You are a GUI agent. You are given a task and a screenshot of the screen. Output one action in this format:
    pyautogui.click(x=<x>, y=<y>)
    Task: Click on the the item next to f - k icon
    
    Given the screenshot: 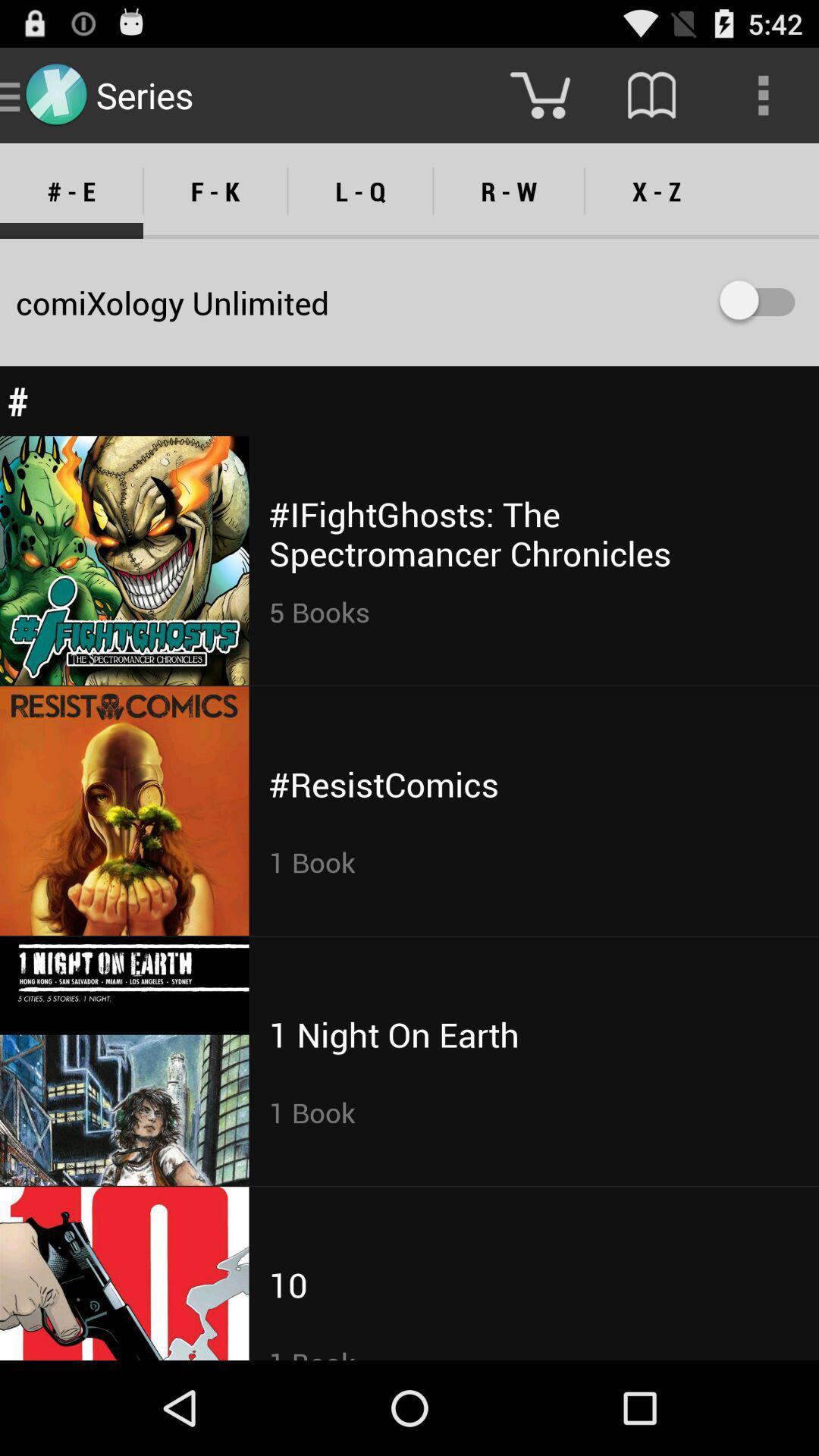 What is the action you would take?
    pyautogui.click(x=360, y=190)
    